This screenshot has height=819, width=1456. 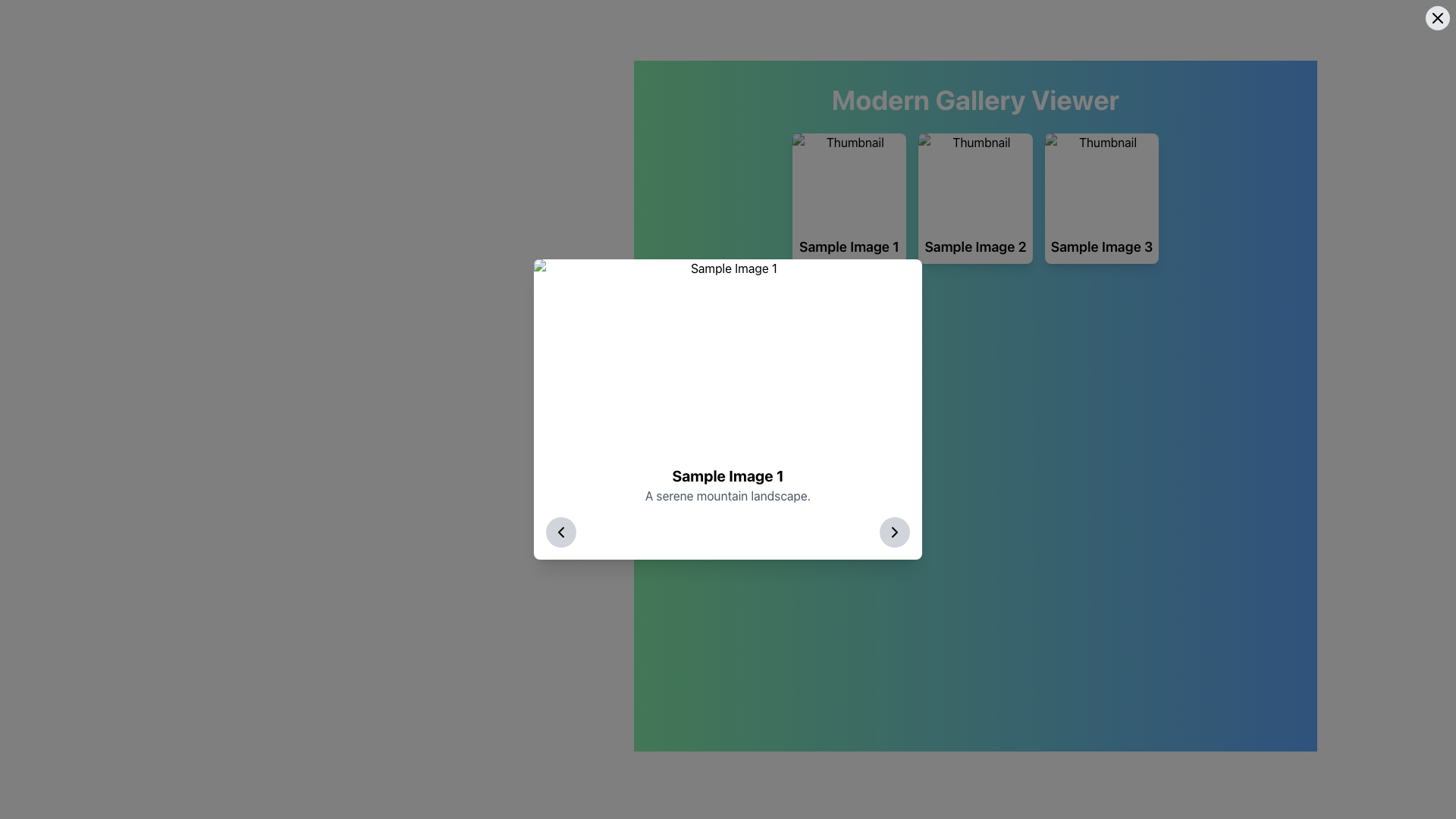 I want to click on the circular arrow buttons on the navigation bar, so click(x=728, y=532).